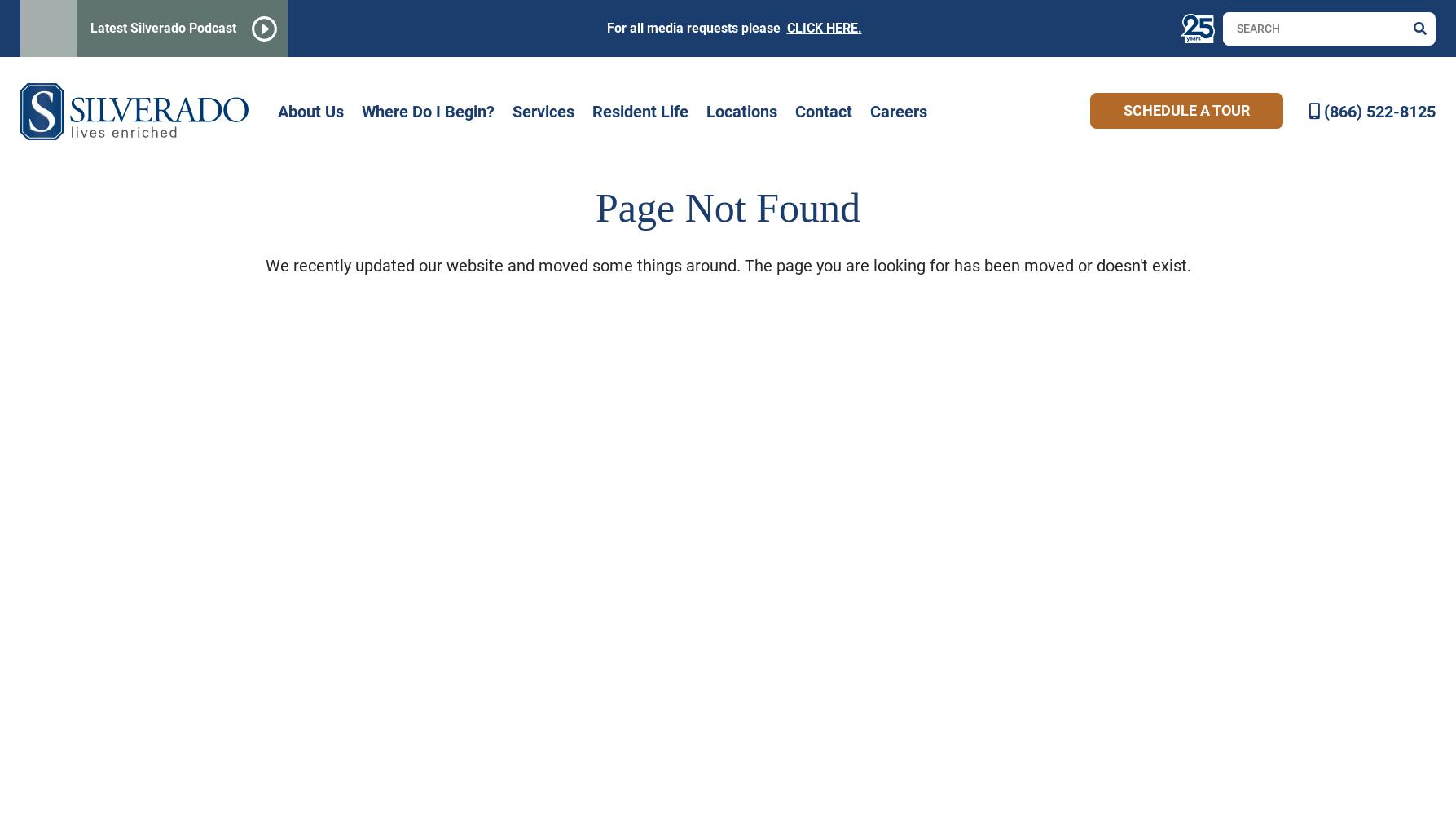 The width and height of the screenshot is (1456, 815). What do you see at coordinates (428, 111) in the screenshot?
I see `'Where Do I Begin?'` at bounding box center [428, 111].